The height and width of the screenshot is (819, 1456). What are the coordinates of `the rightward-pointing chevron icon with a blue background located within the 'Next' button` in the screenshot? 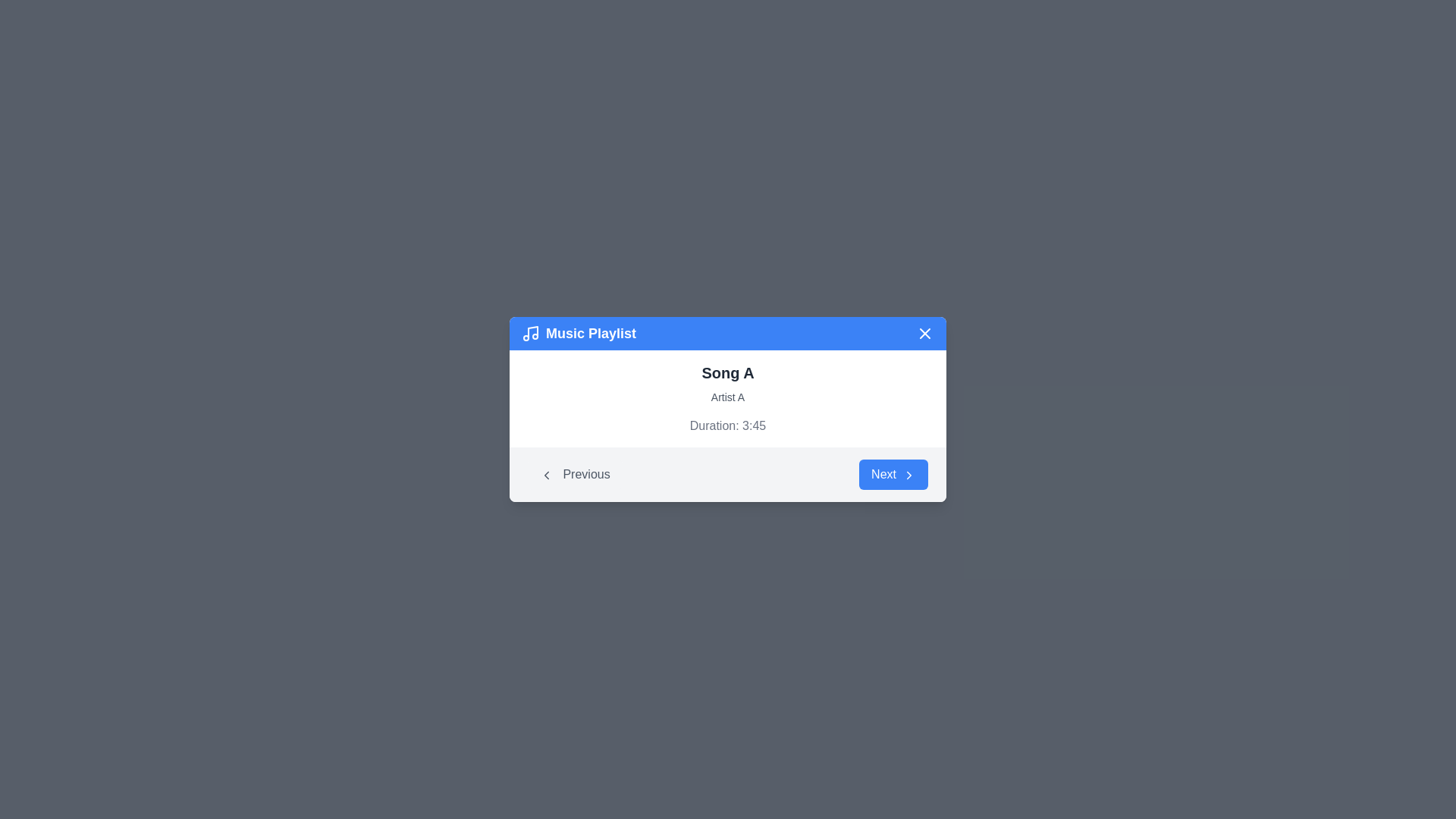 It's located at (909, 473).